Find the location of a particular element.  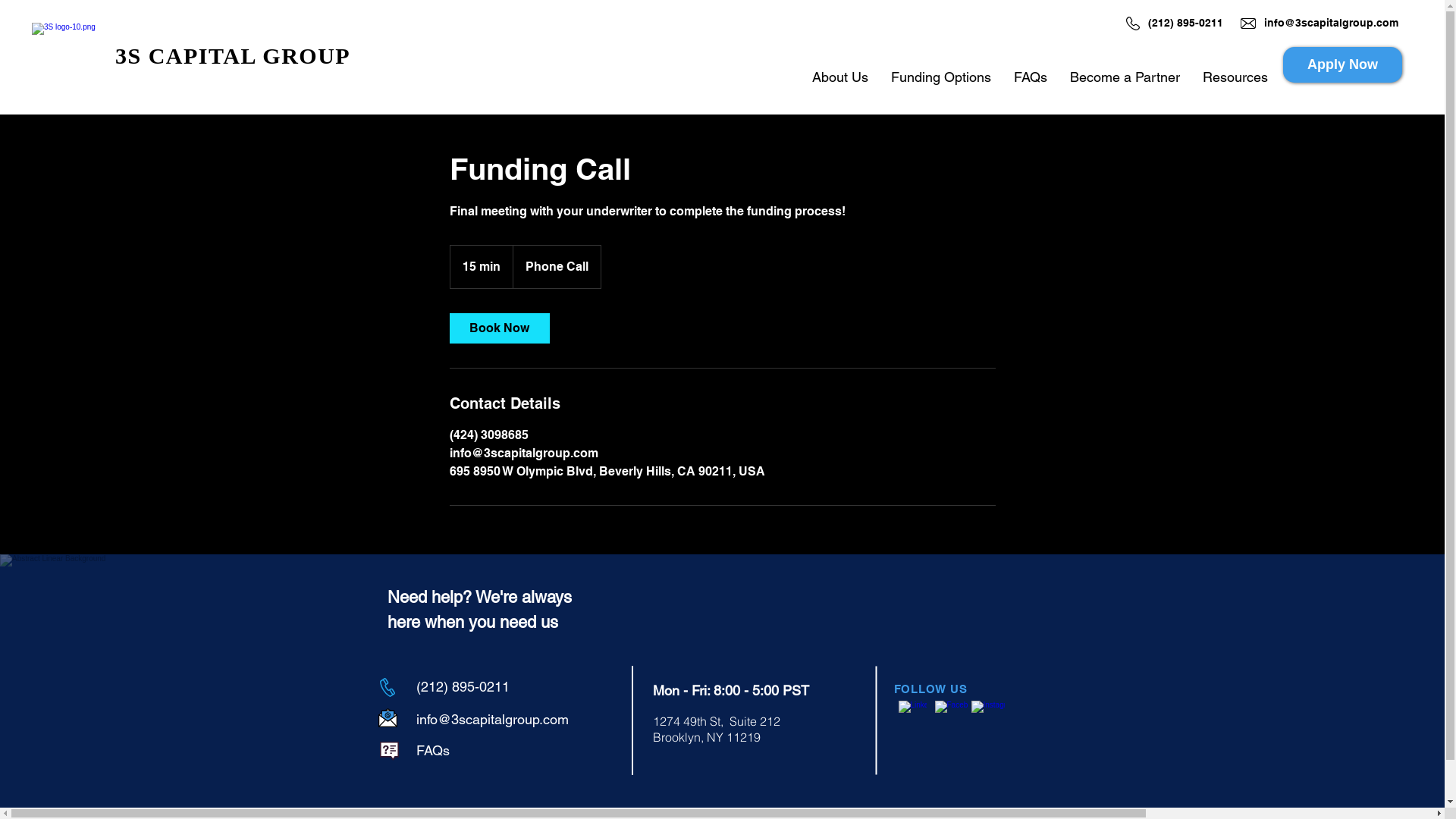

'FAQs' is located at coordinates (1030, 77).